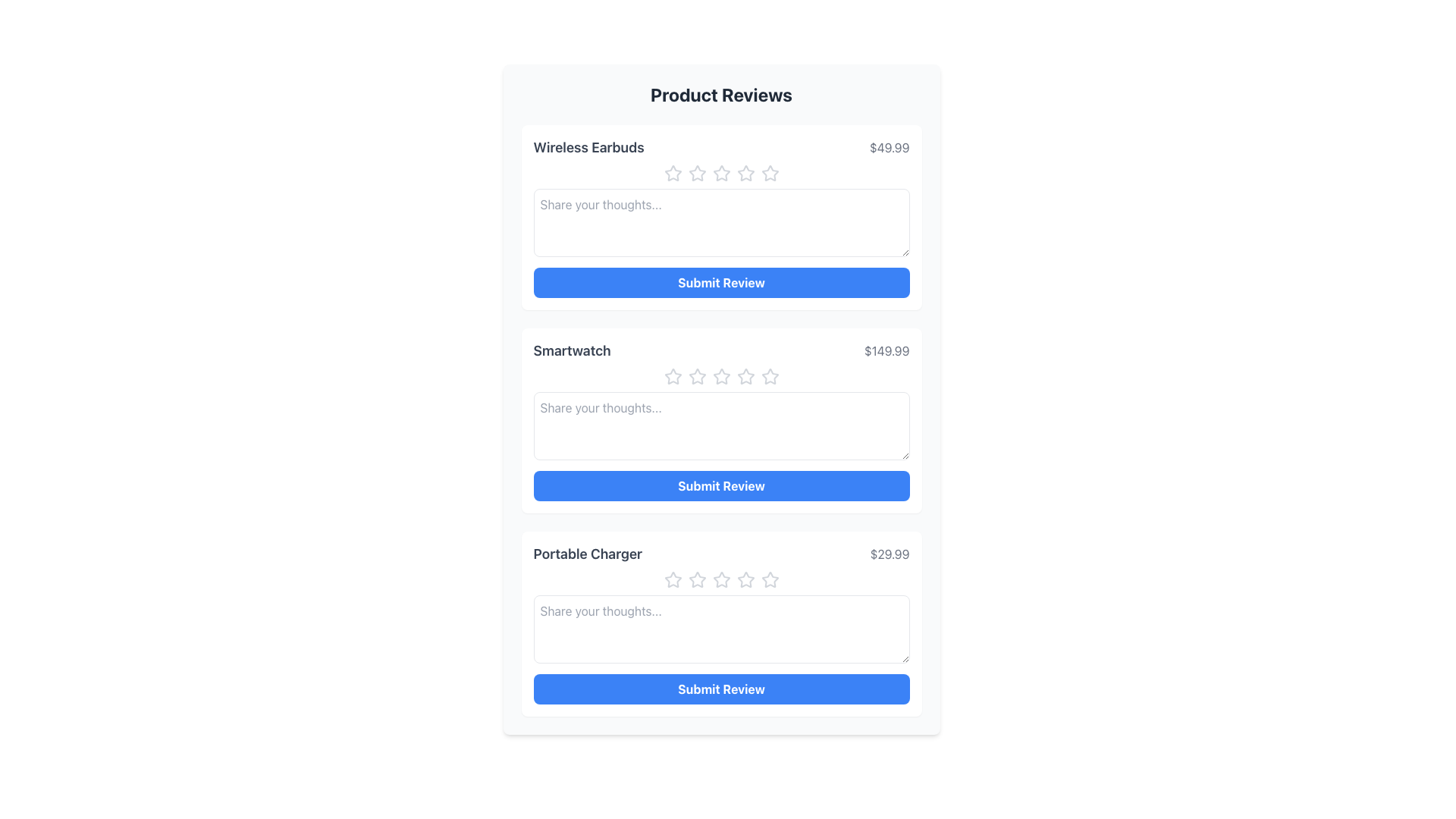 The height and width of the screenshot is (819, 1456). I want to click on the 5th star icon in the rating group under the 'Smartwatch' section, so click(770, 376).